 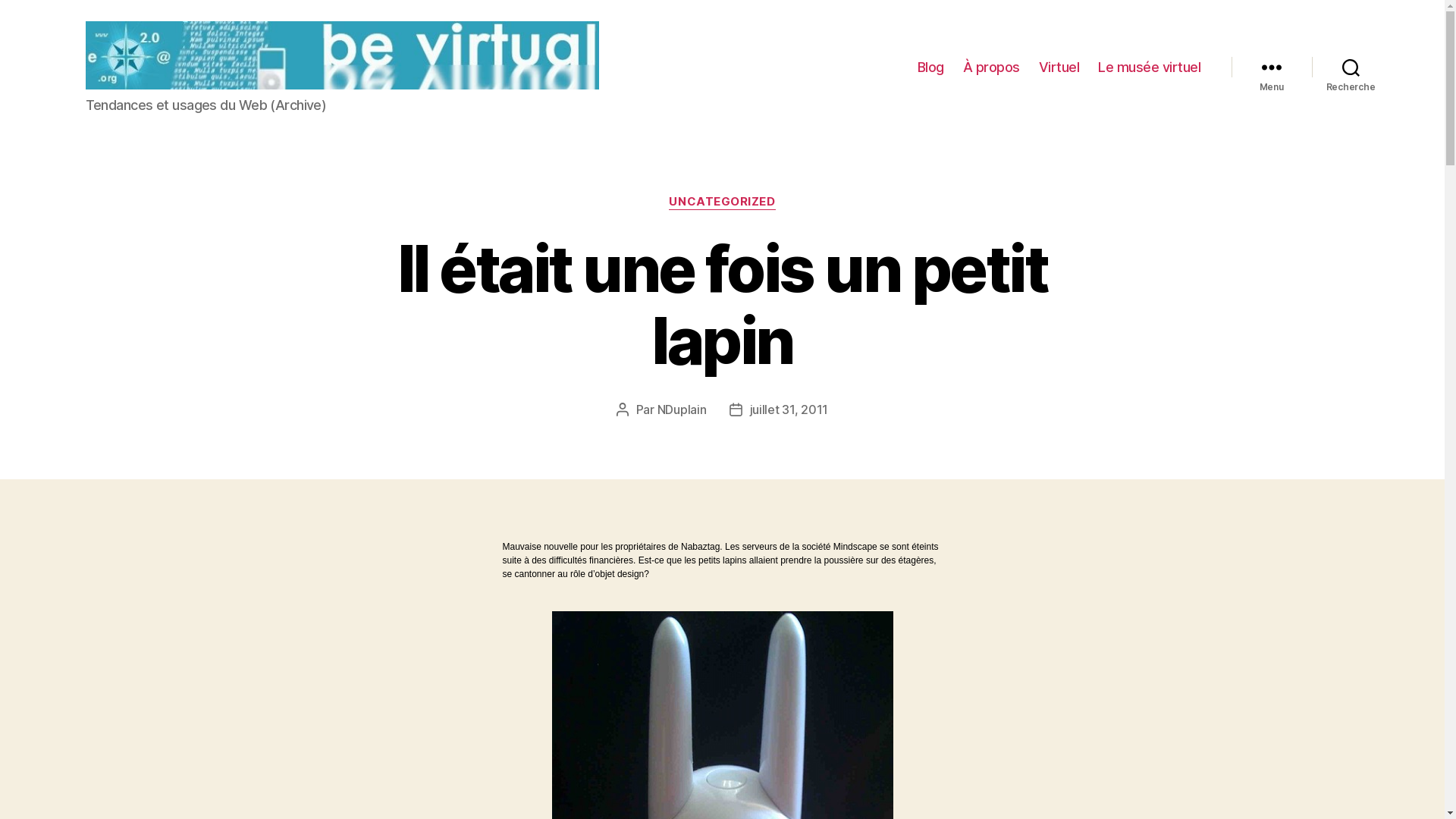 What do you see at coordinates (1351, 66) in the screenshot?
I see `'Recherche'` at bounding box center [1351, 66].